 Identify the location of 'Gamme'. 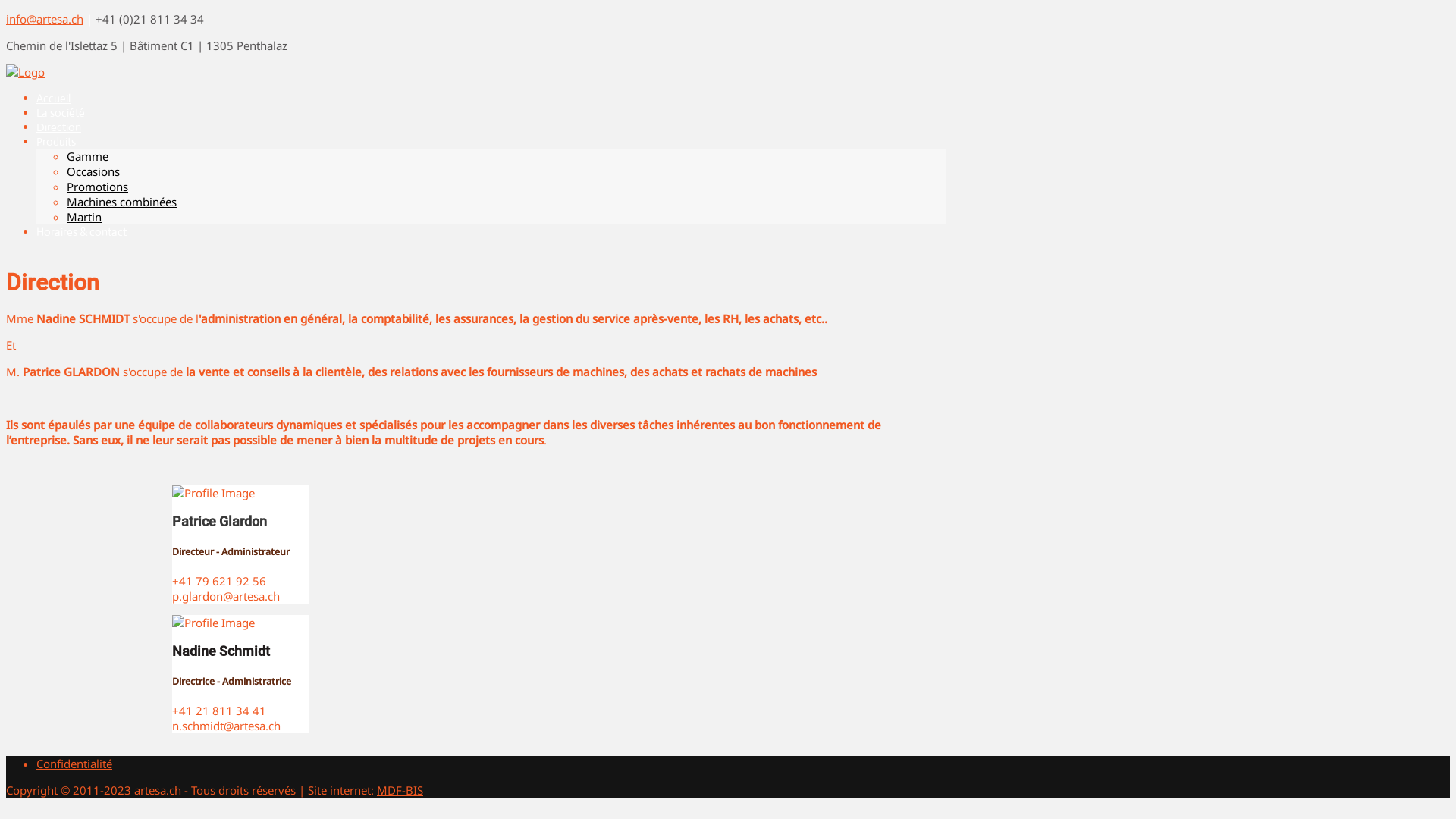
(86, 155).